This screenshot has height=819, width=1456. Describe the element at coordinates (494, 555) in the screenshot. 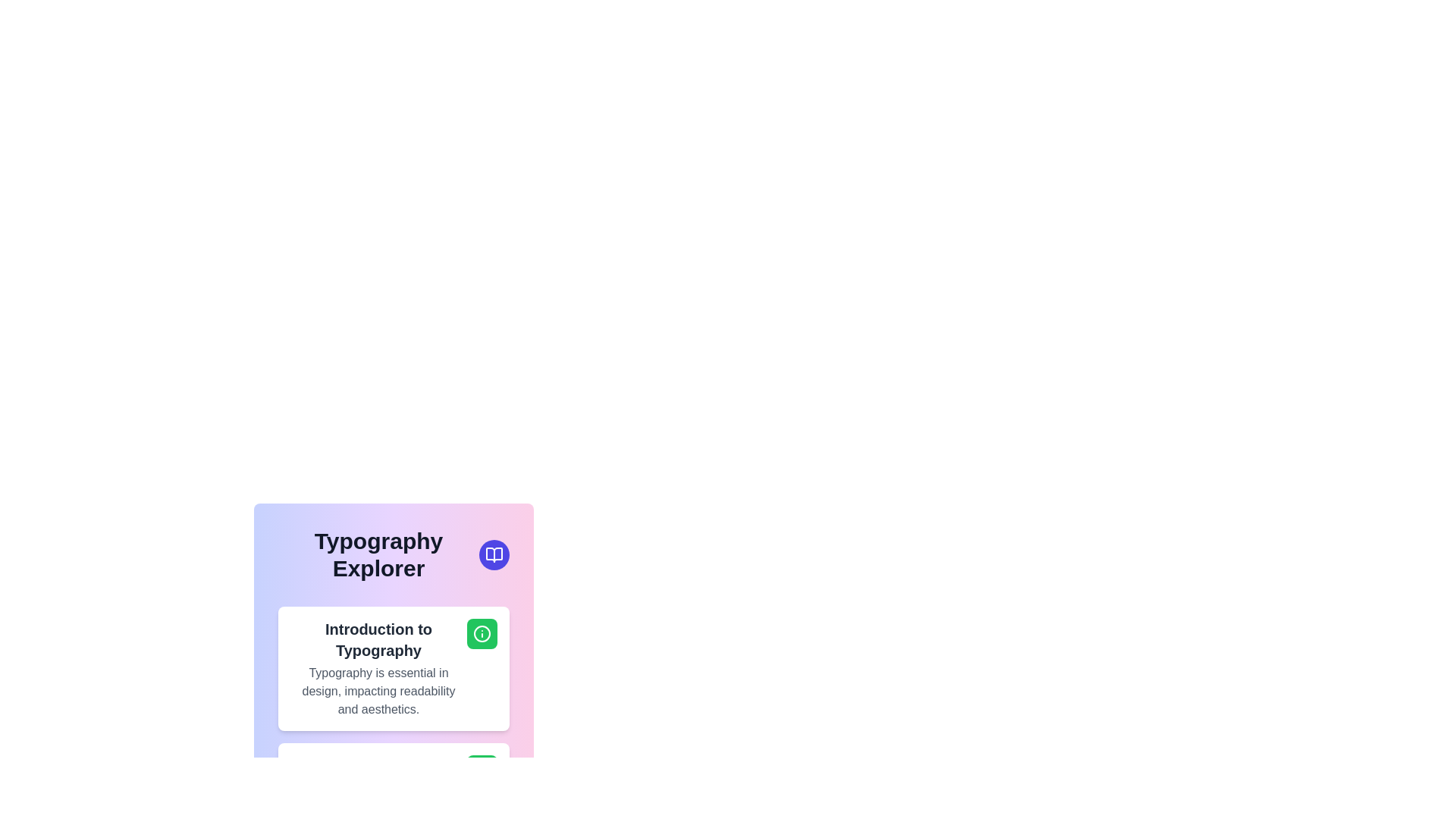

I see `the indigo rounded button with a white open book icon located at the top-right corner of the 'Typography Explorer' section` at that location.